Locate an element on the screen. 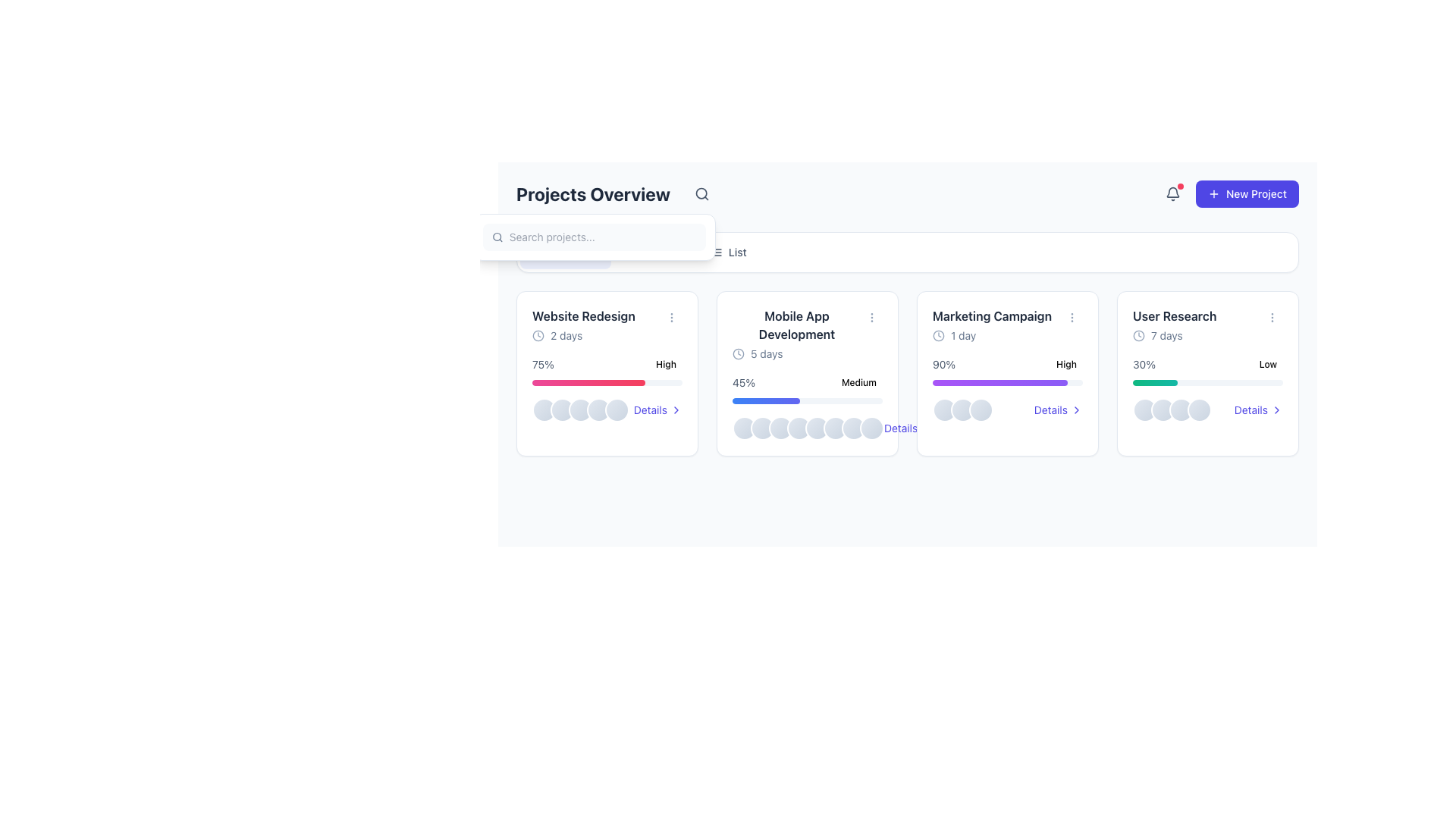  the link with text and icon that navigates to the 'User Research' project to trigger visual feedback is located at coordinates (1258, 409).